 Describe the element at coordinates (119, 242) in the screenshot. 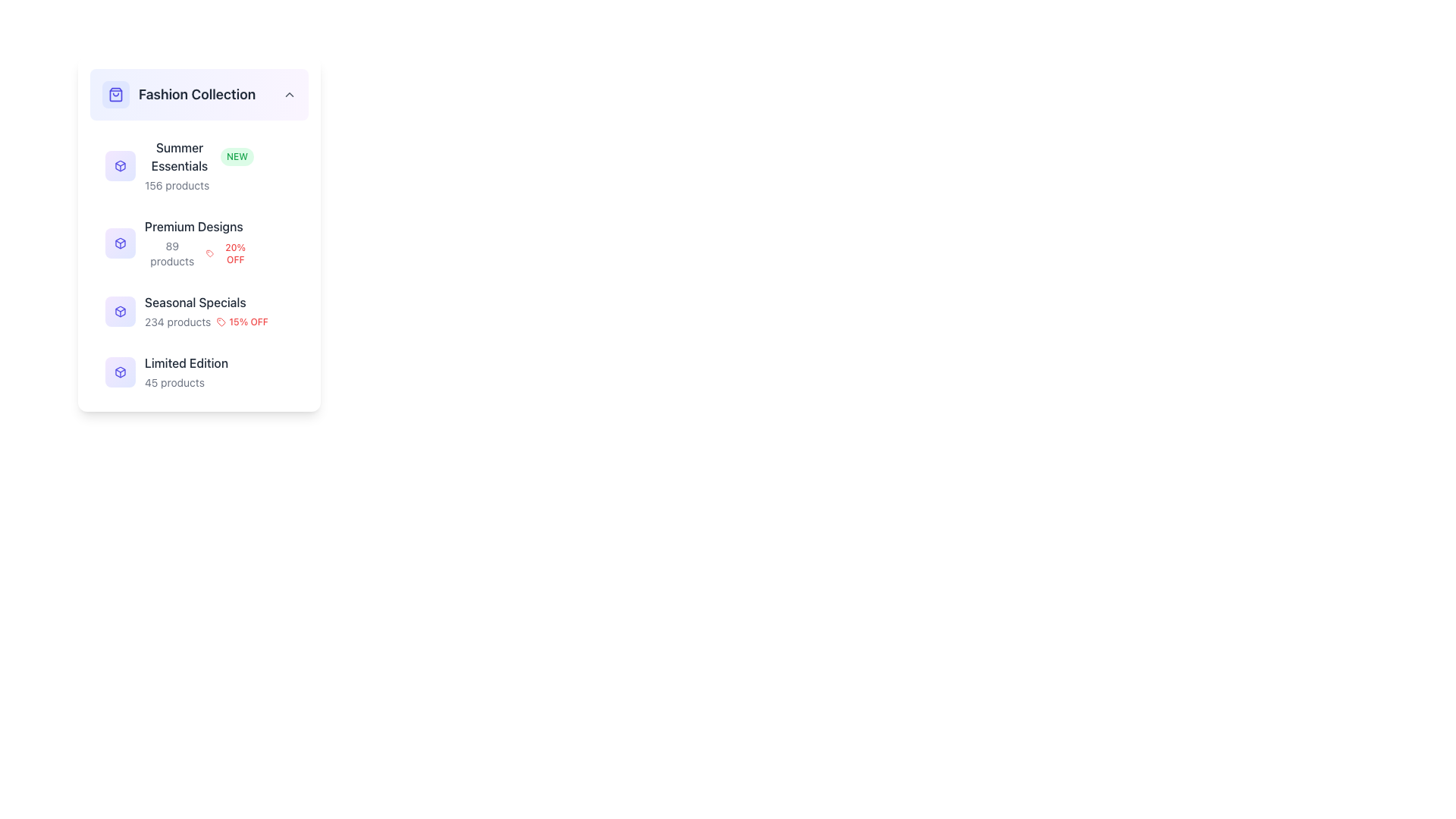

I see `the icon representing the category 'Premium Designs' located to the left of the text 'Premium Designs' in the vertical list` at that location.